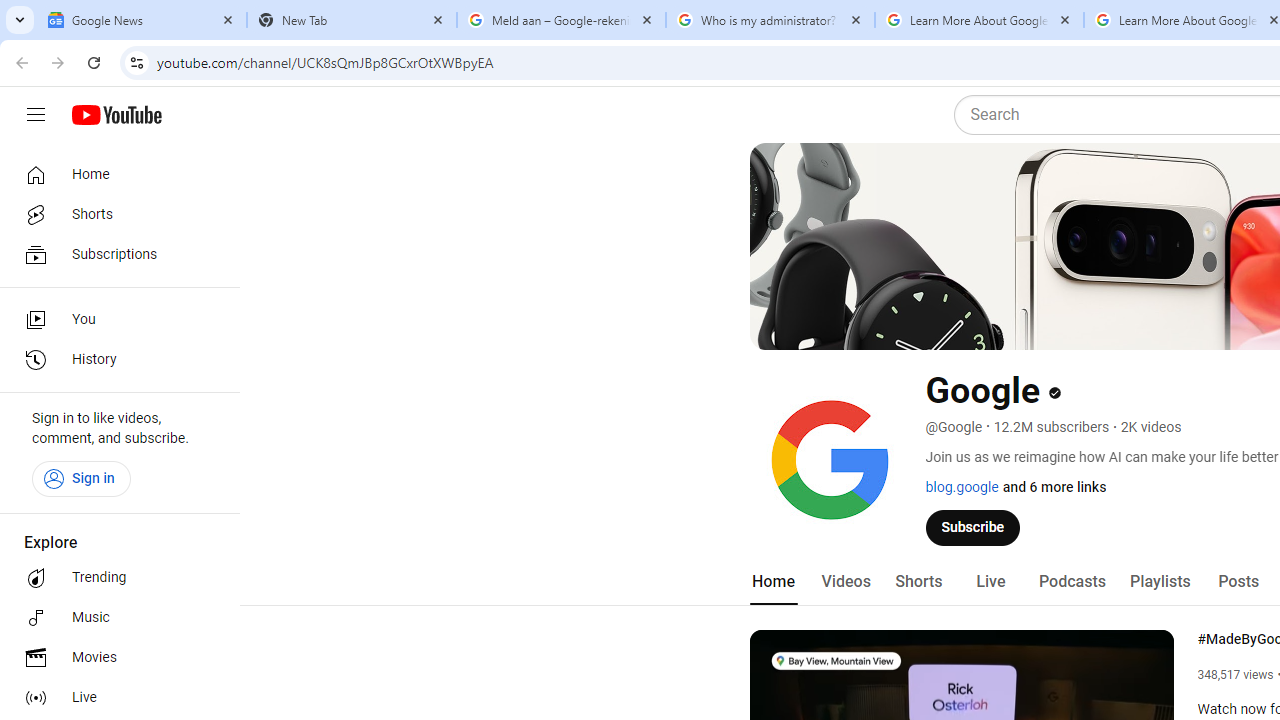  Describe the element at coordinates (112, 658) in the screenshot. I see `'Movies'` at that location.